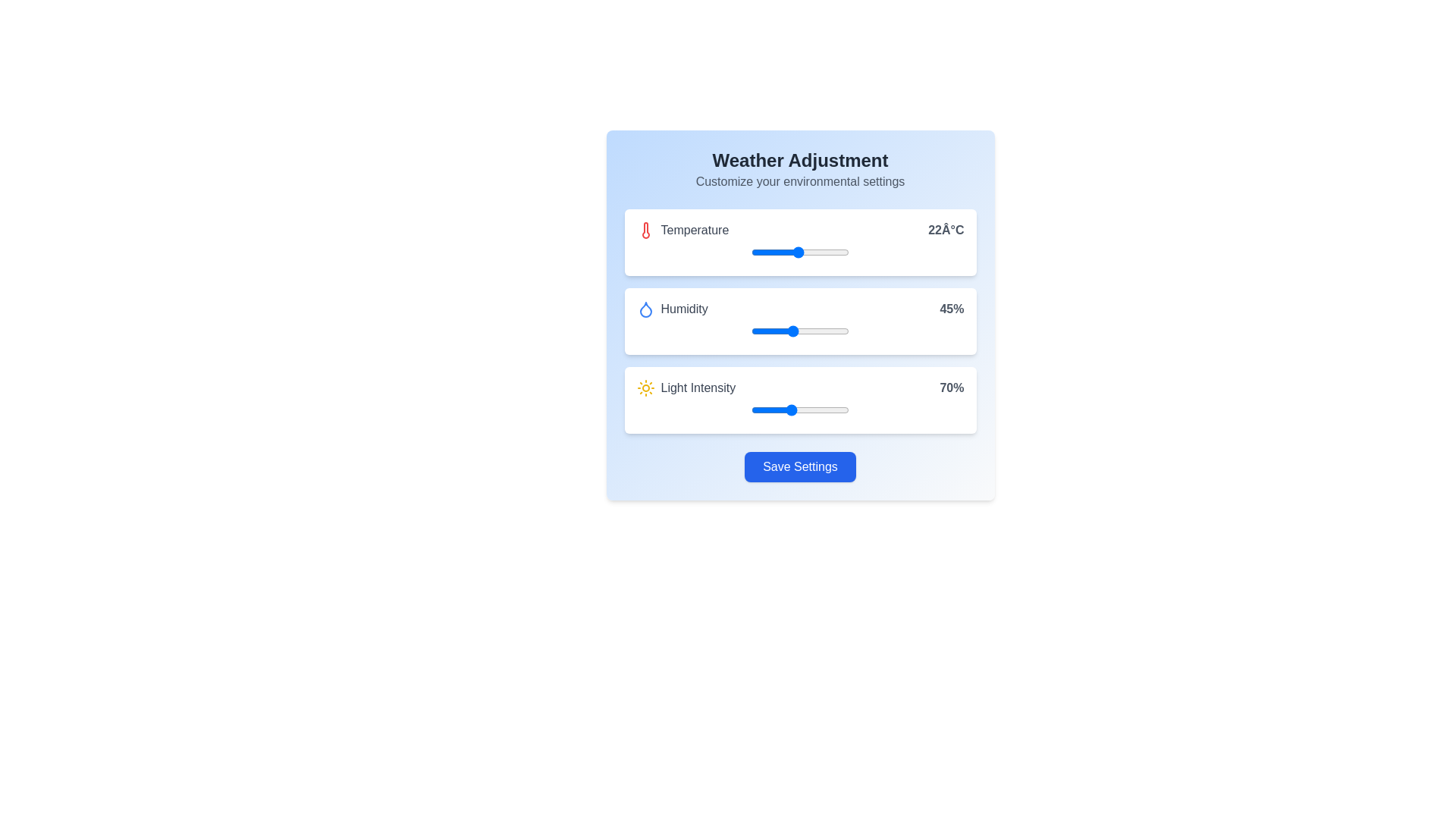 The image size is (1456, 819). What do you see at coordinates (786, 409) in the screenshot?
I see `the light intensity` at bounding box center [786, 409].